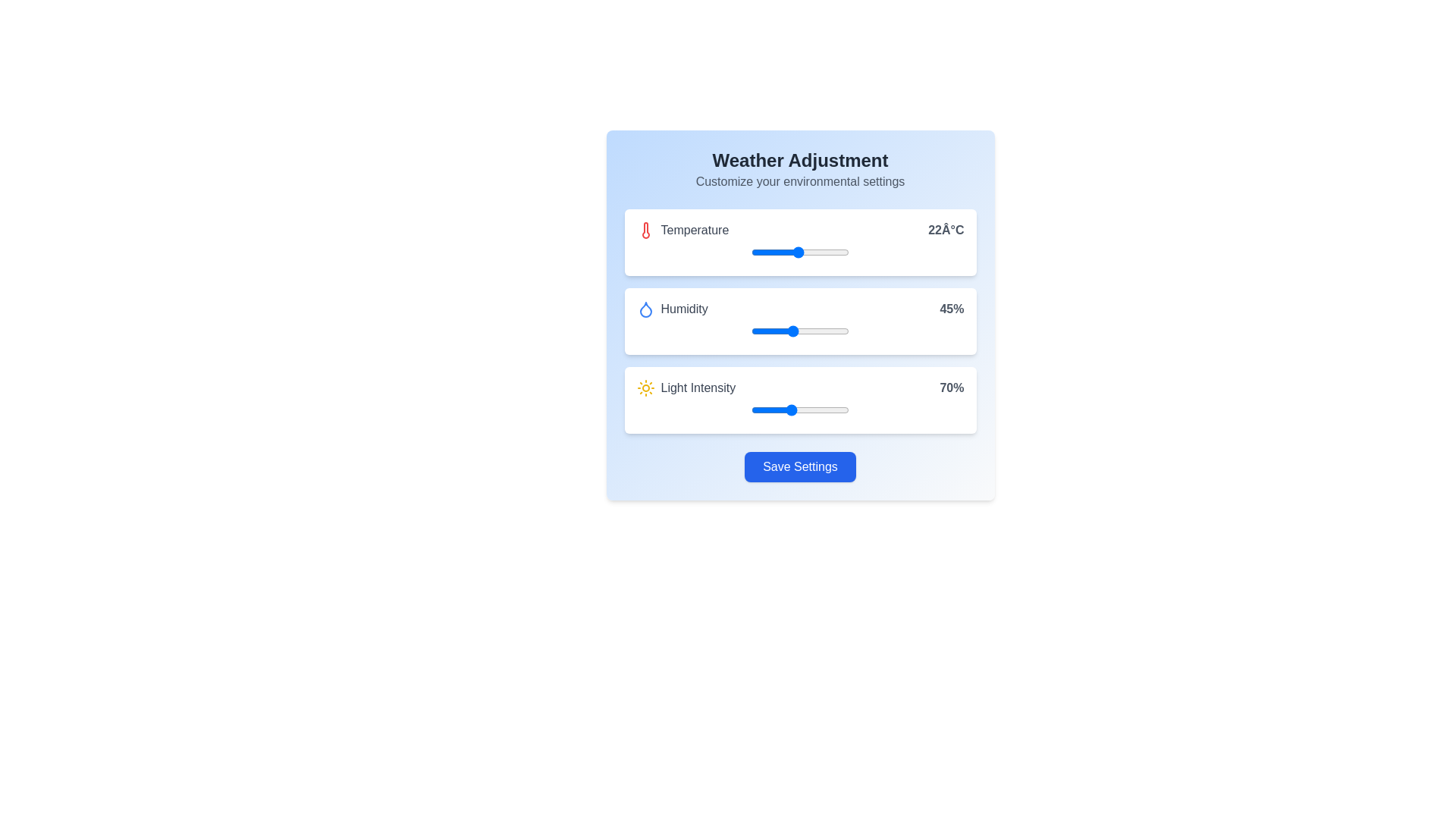 The image size is (1456, 819). What do you see at coordinates (786, 409) in the screenshot?
I see `the light intensity` at bounding box center [786, 409].